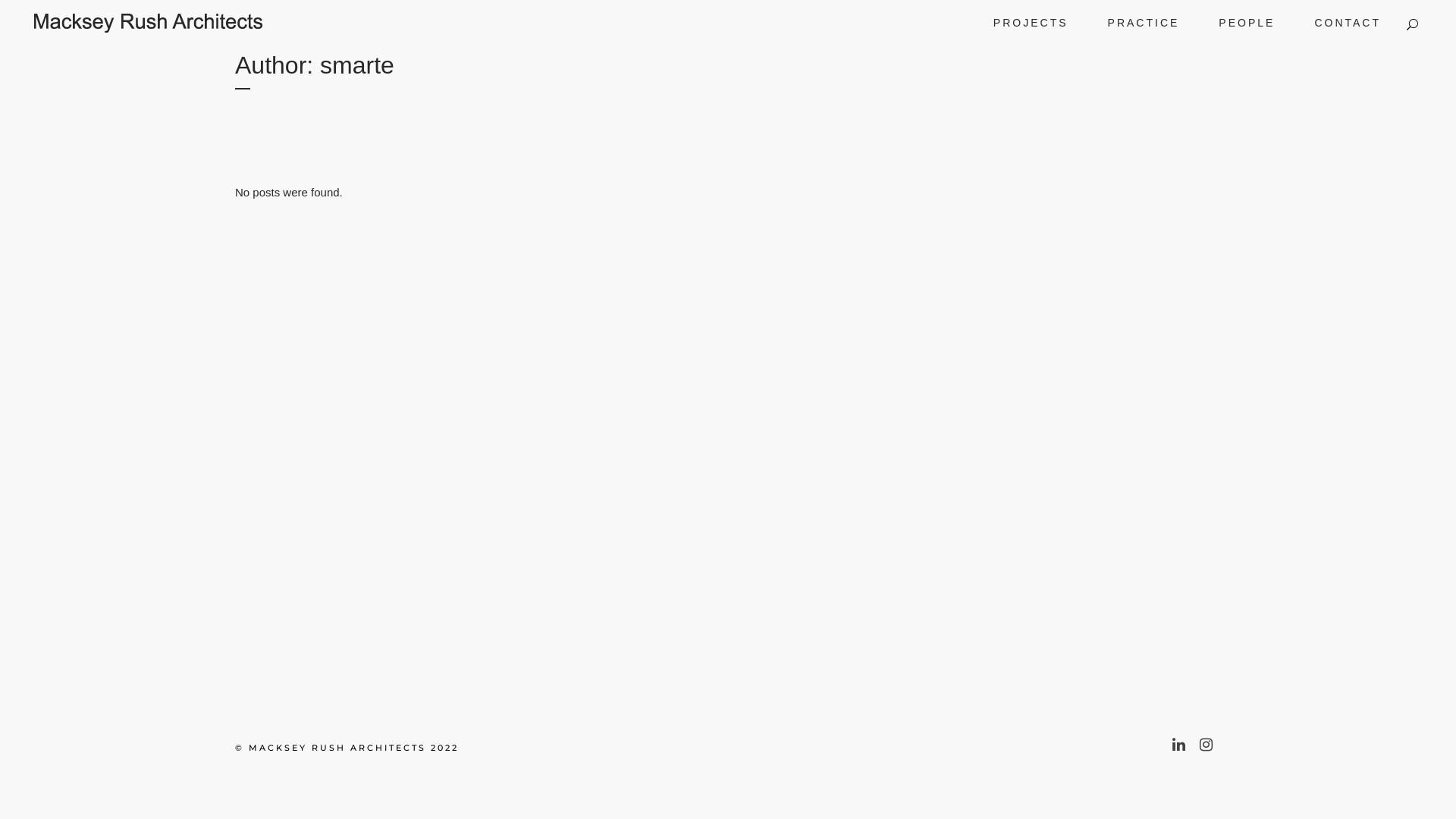  What do you see at coordinates (1246, 23) in the screenshot?
I see `'PEOPLE'` at bounding box center [1246, 23].